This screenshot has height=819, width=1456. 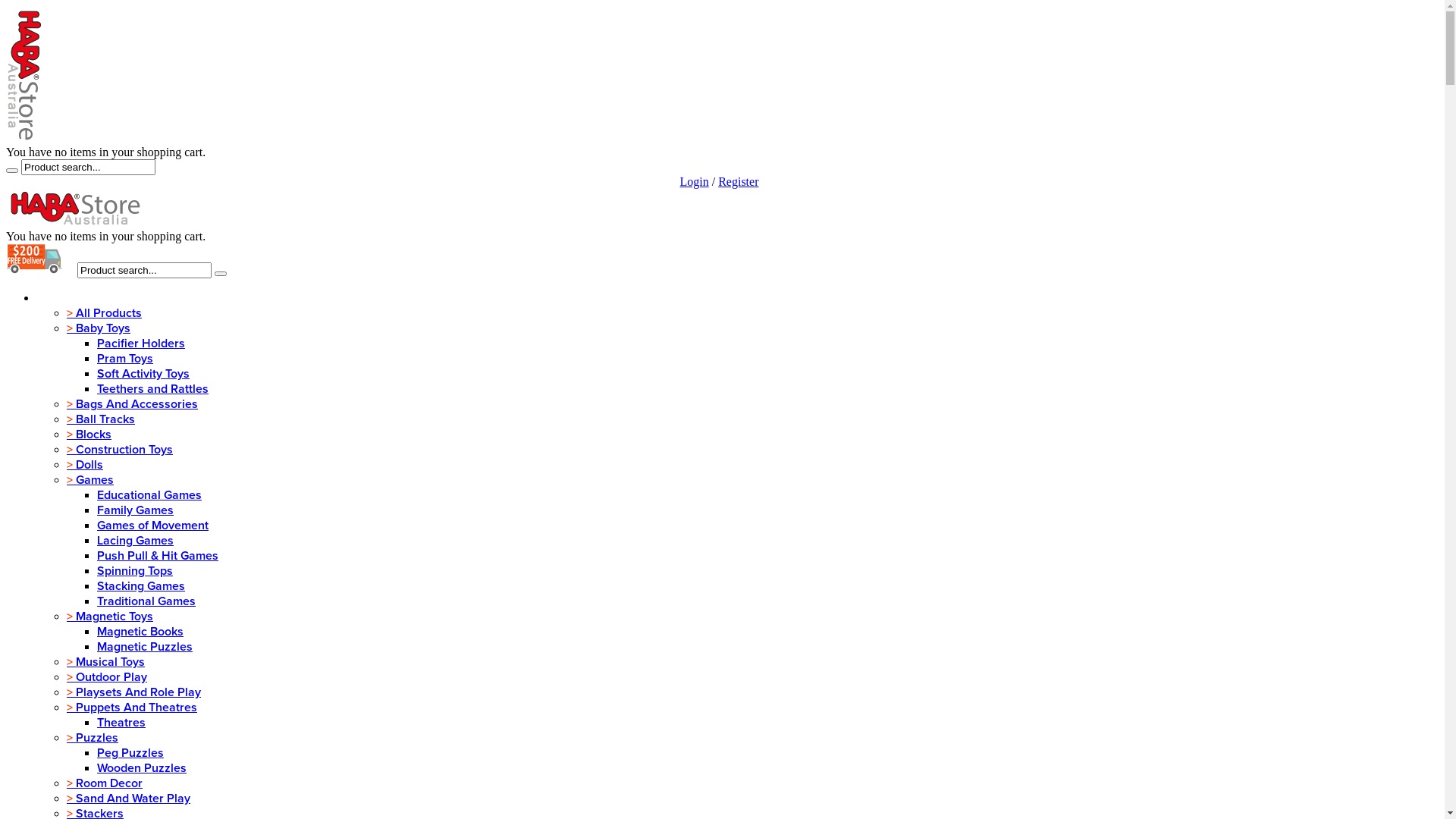 What do you see at coordinates (120, 721) in the screenshot?
I see `'Theatres'` at bounding box center [120, 721].